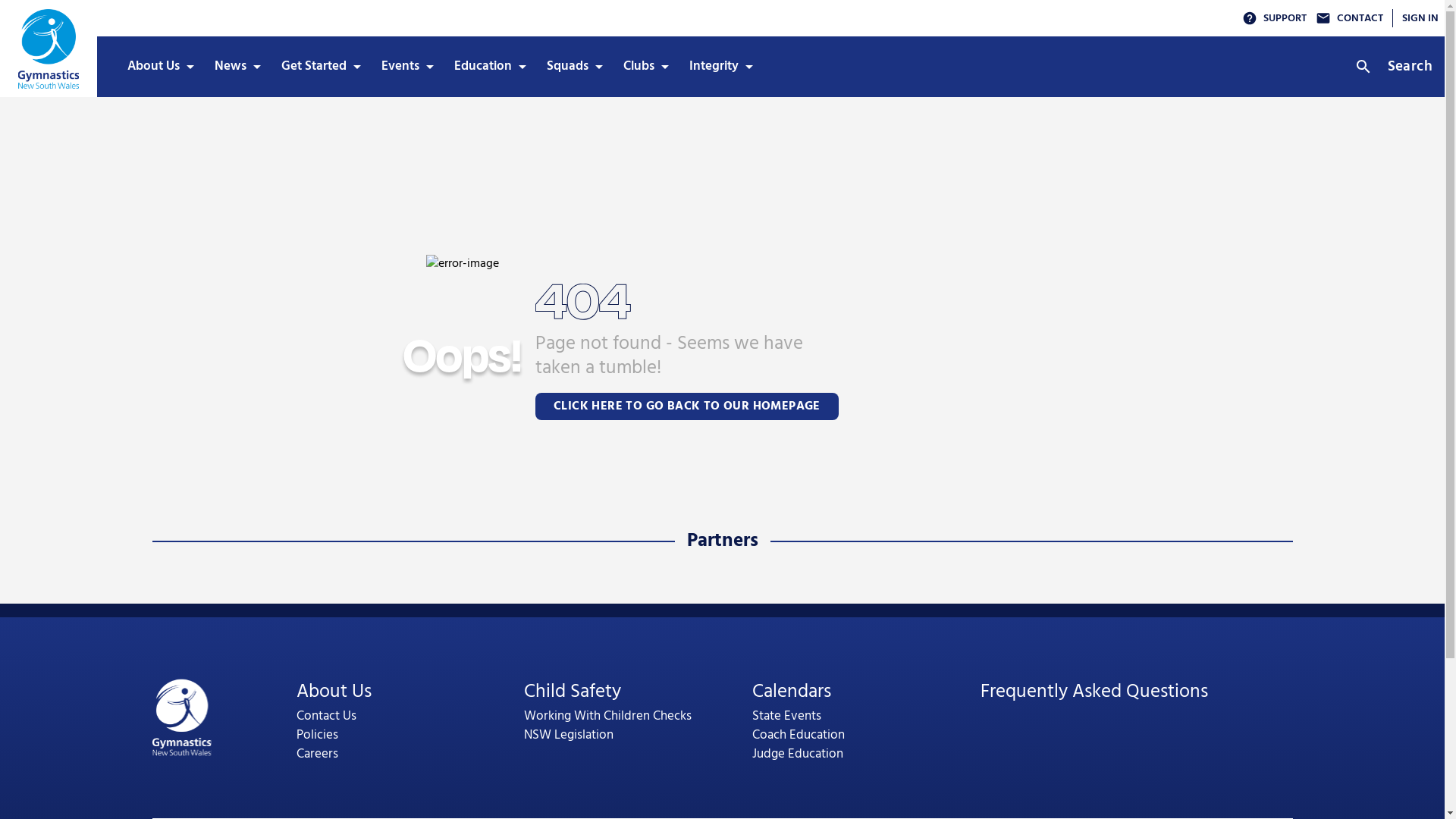 The width and height of the screenshot is (1456, 819). Describe the element at coordinates (567, 734) in the screenshot. I see `'NSW Legislation'` at that location.